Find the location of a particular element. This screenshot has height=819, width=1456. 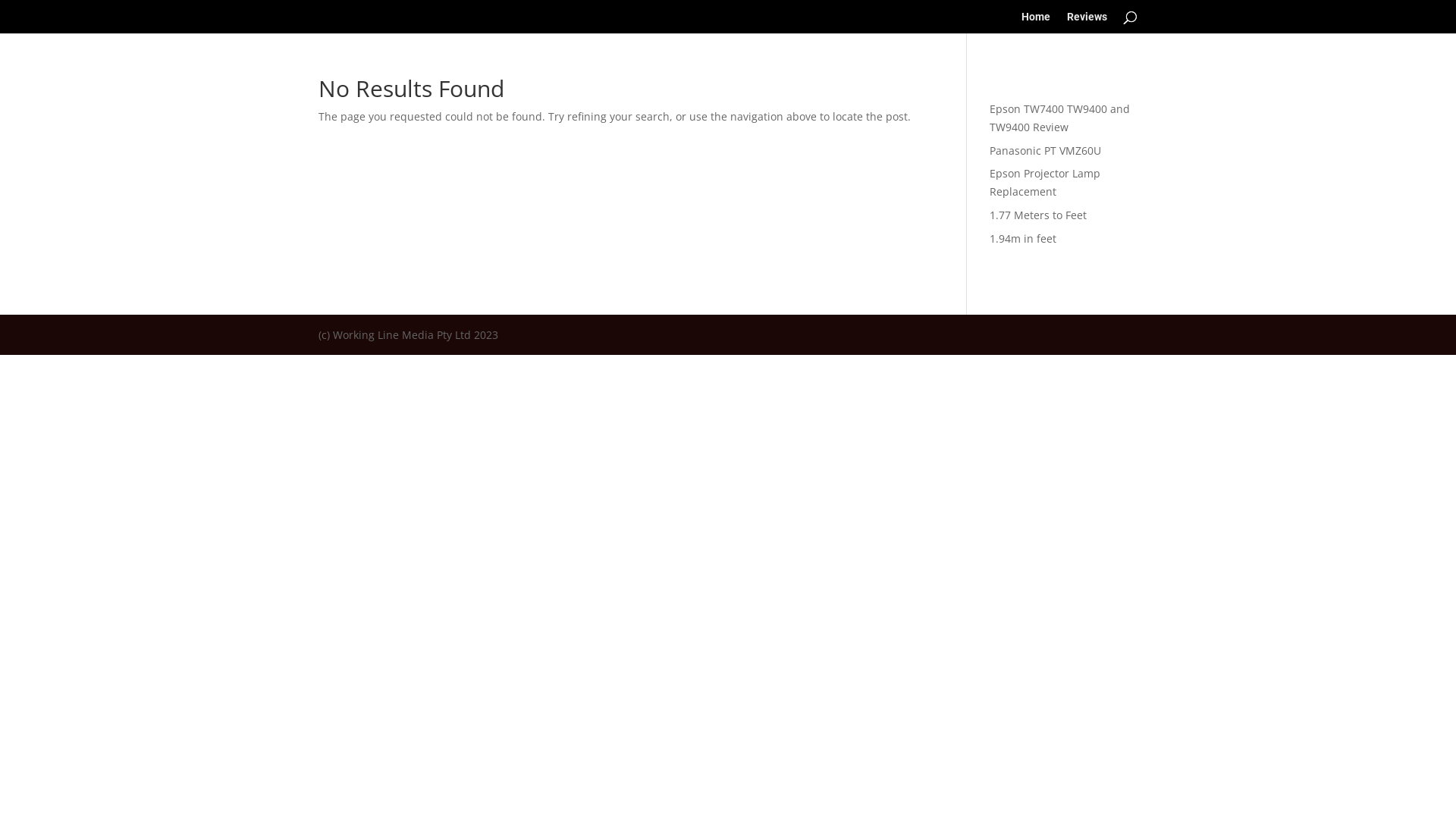

'Panasonic PT VMZ60U' is located at coordinates (1044, 150).